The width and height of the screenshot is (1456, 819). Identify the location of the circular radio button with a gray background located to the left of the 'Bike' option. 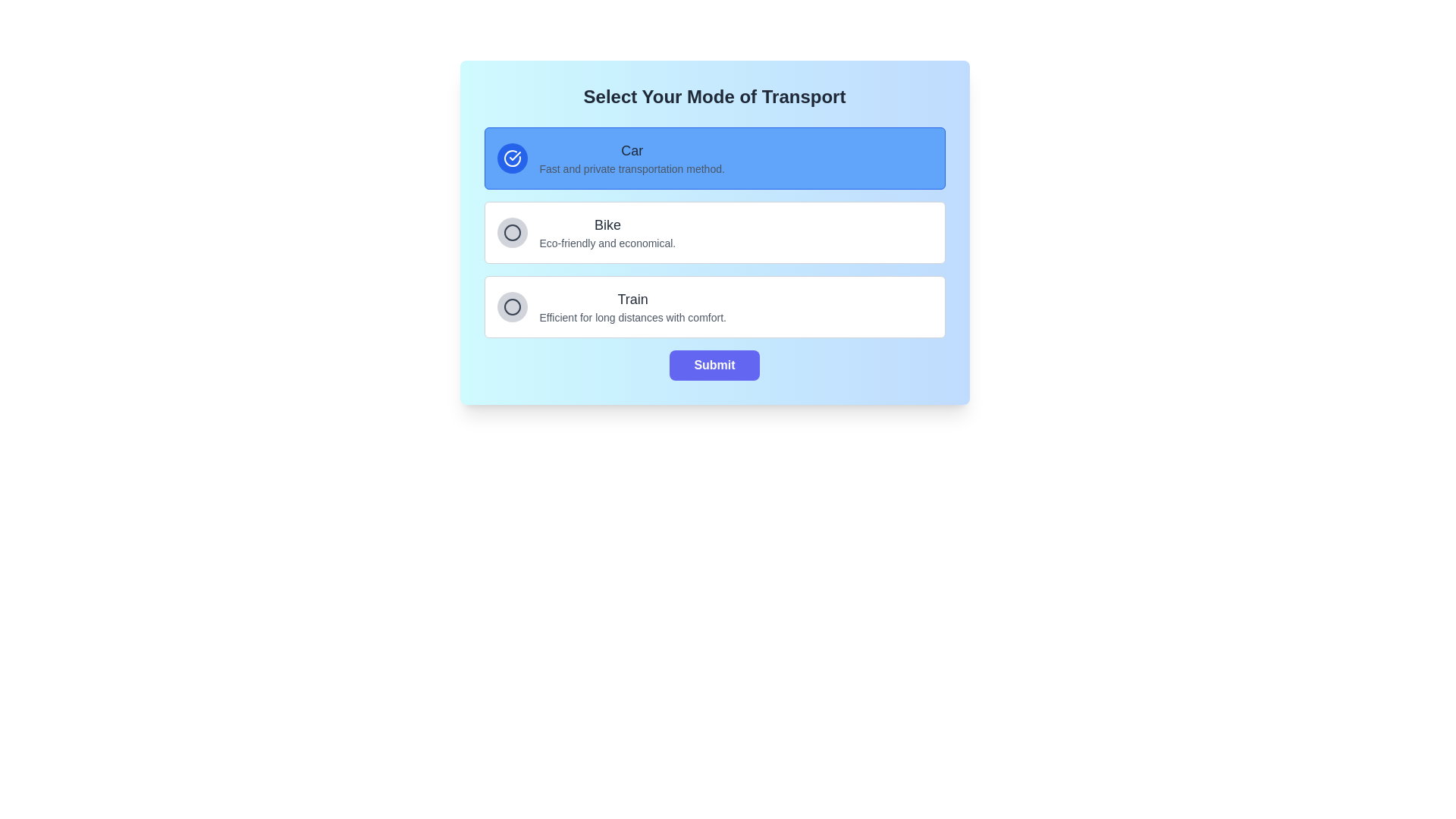
(512, 233).